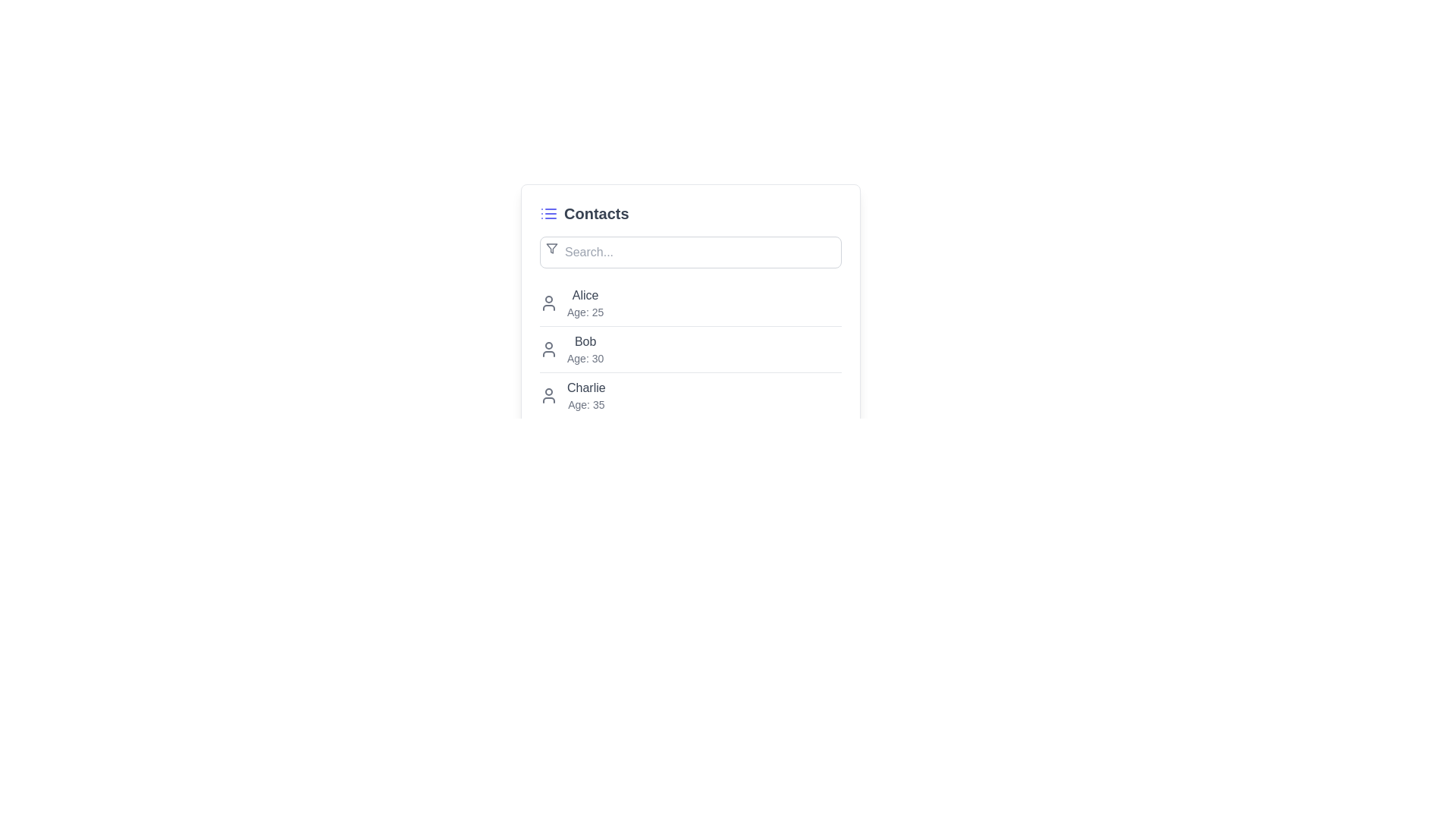  Describe the element at coordinates (585, 342) in the screenshot. I see `the text label displaying the name 'Bob' in the contacts list, which is positioned in the middle row of the list and above the age label` at that location.